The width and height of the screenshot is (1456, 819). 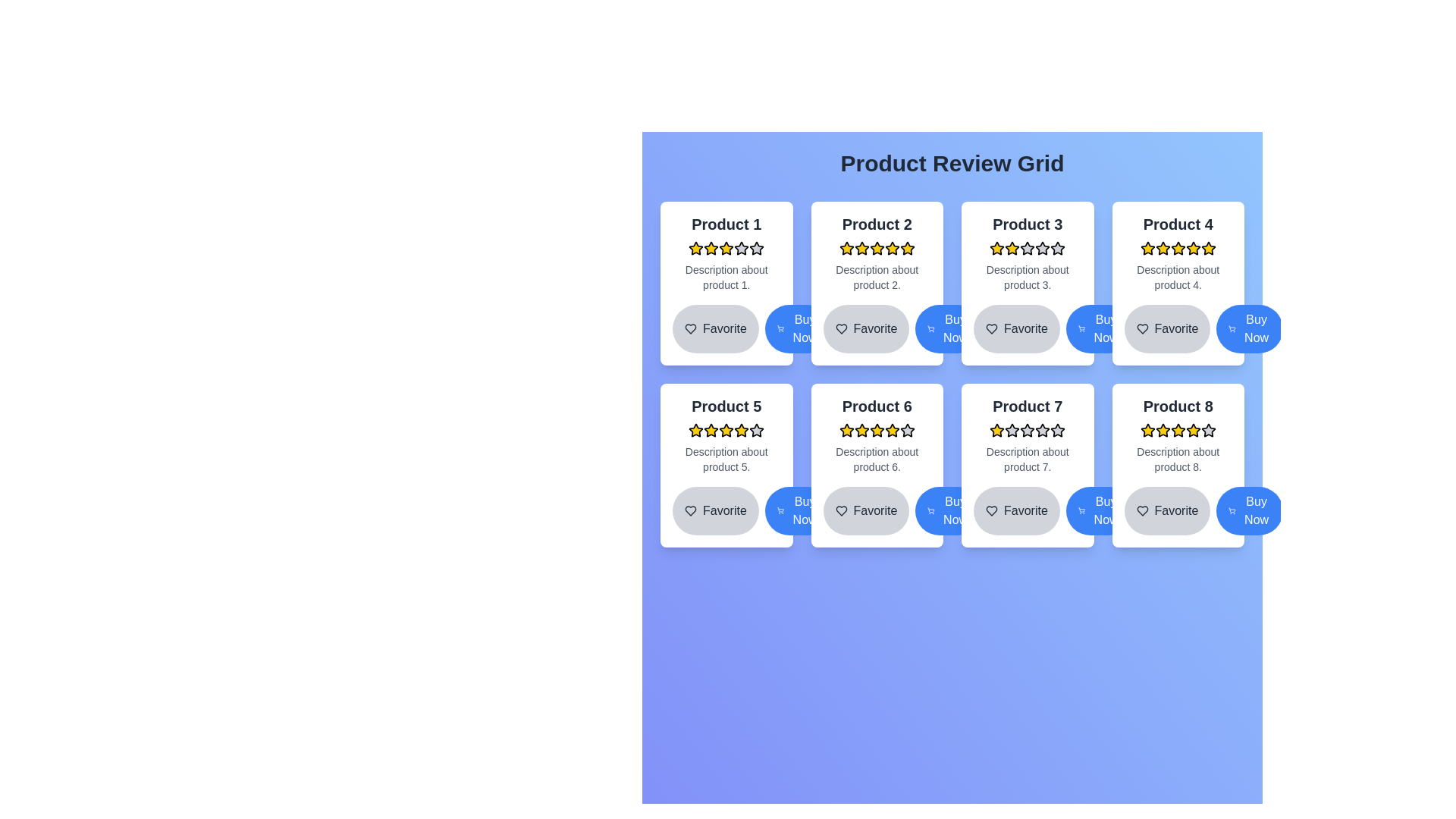 What do you see at coordinates (1177, 247) in the screenshot?
I see `the fourth star in the 5-star rating system for 'Product 4'` at bounding box center [1177, 247].